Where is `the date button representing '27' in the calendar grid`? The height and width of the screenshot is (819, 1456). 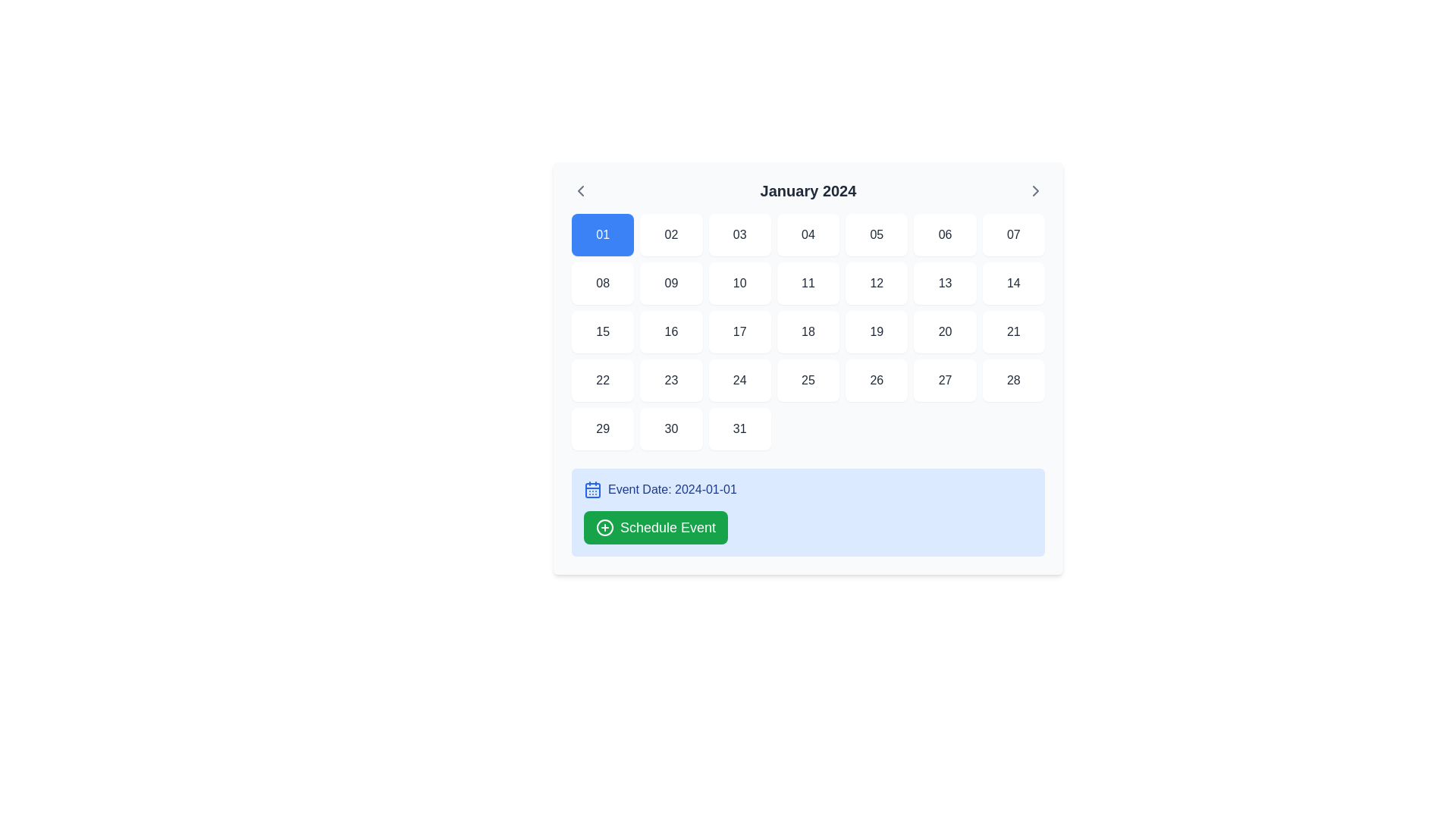
the date button representing '27' in the calendar grid is located at coordinates (944, 379).